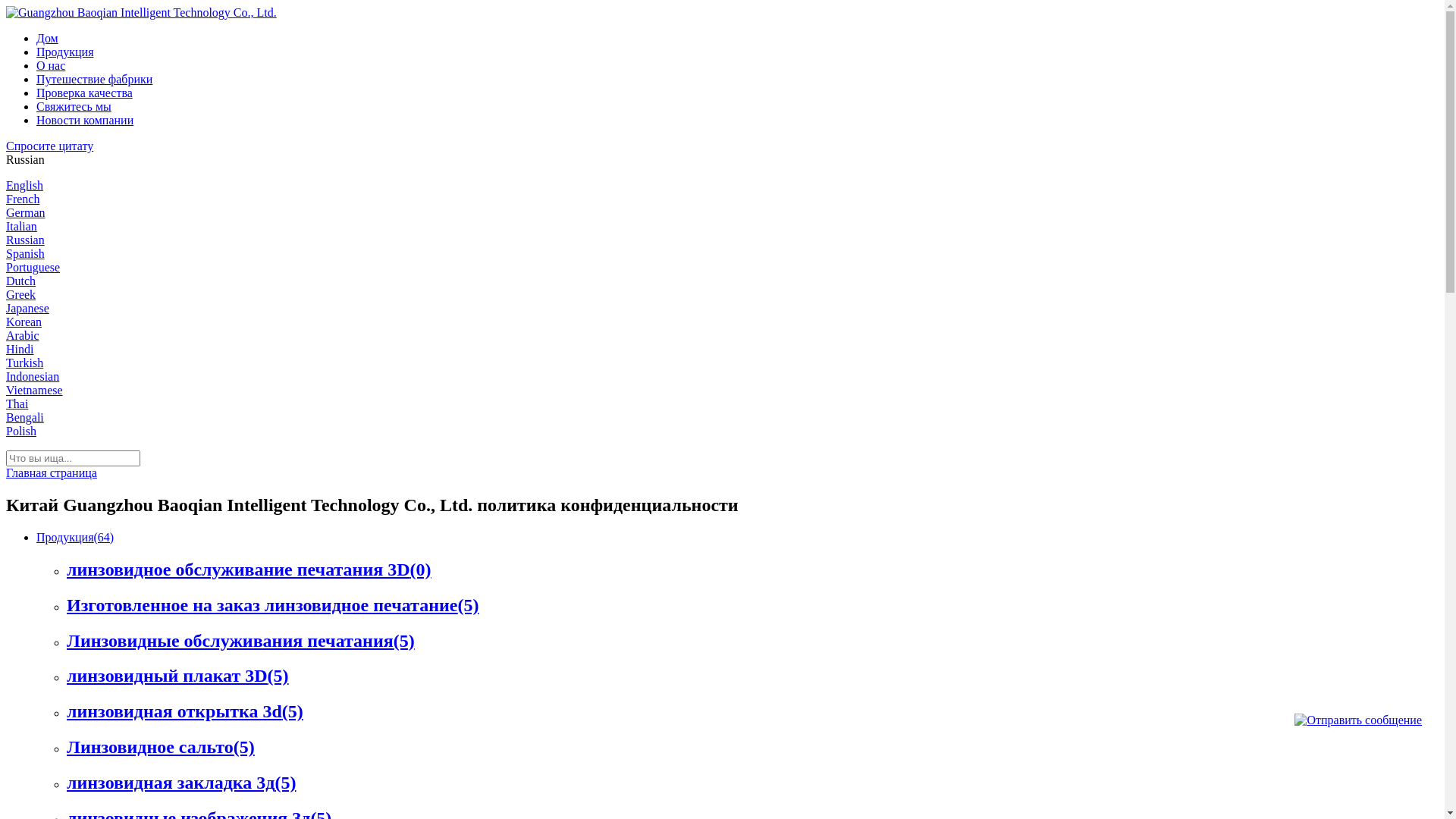 This screenshot has height=819, width=1456. Describe the element at coordinates (24, 321) in the screenshot. I see `'Korean'` at that location.